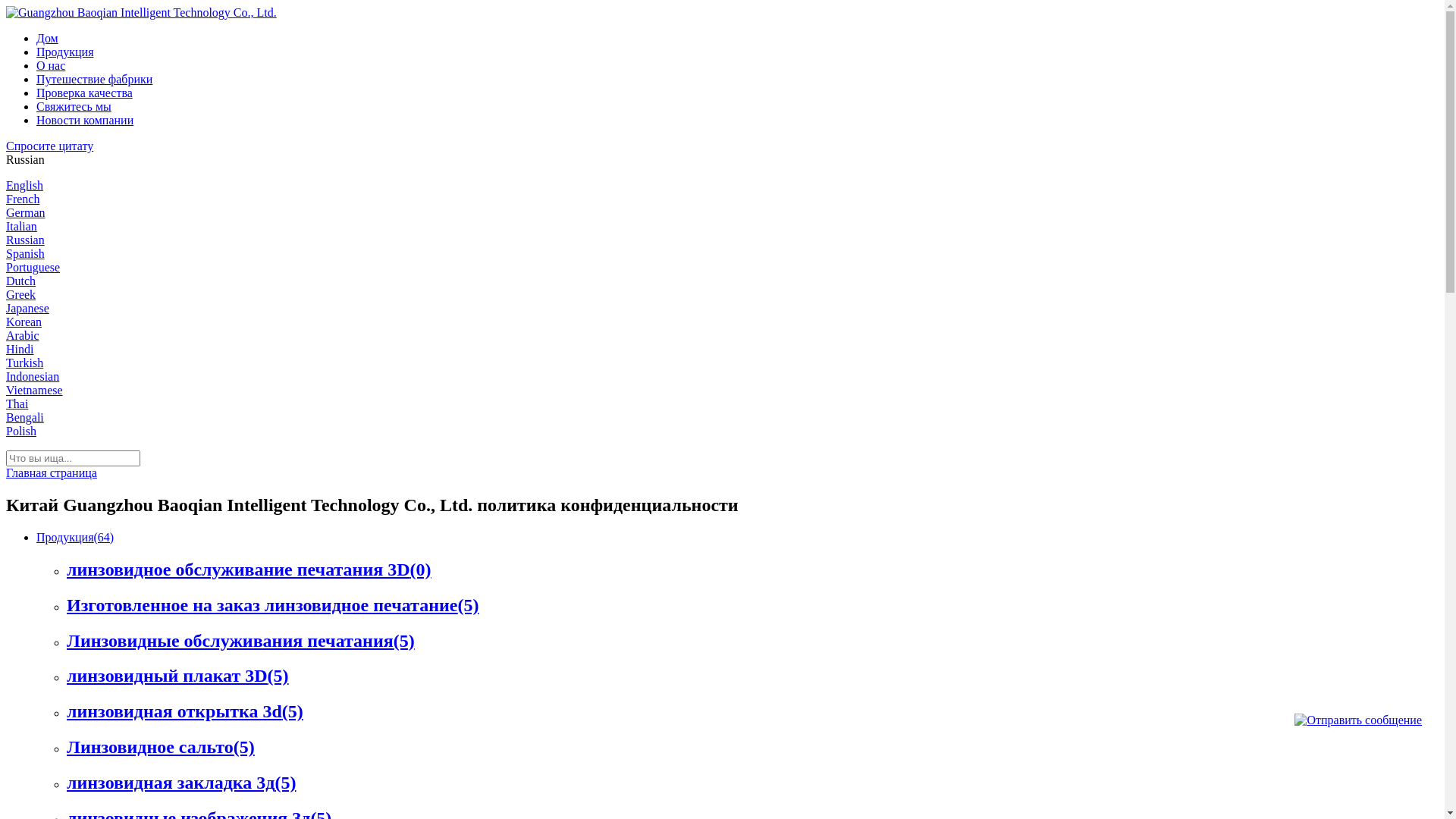 This screenshot has height=819, width=1456. Describe the element at coordinates (24, 321) in the screenshot. I see `'Korean'` at that location.